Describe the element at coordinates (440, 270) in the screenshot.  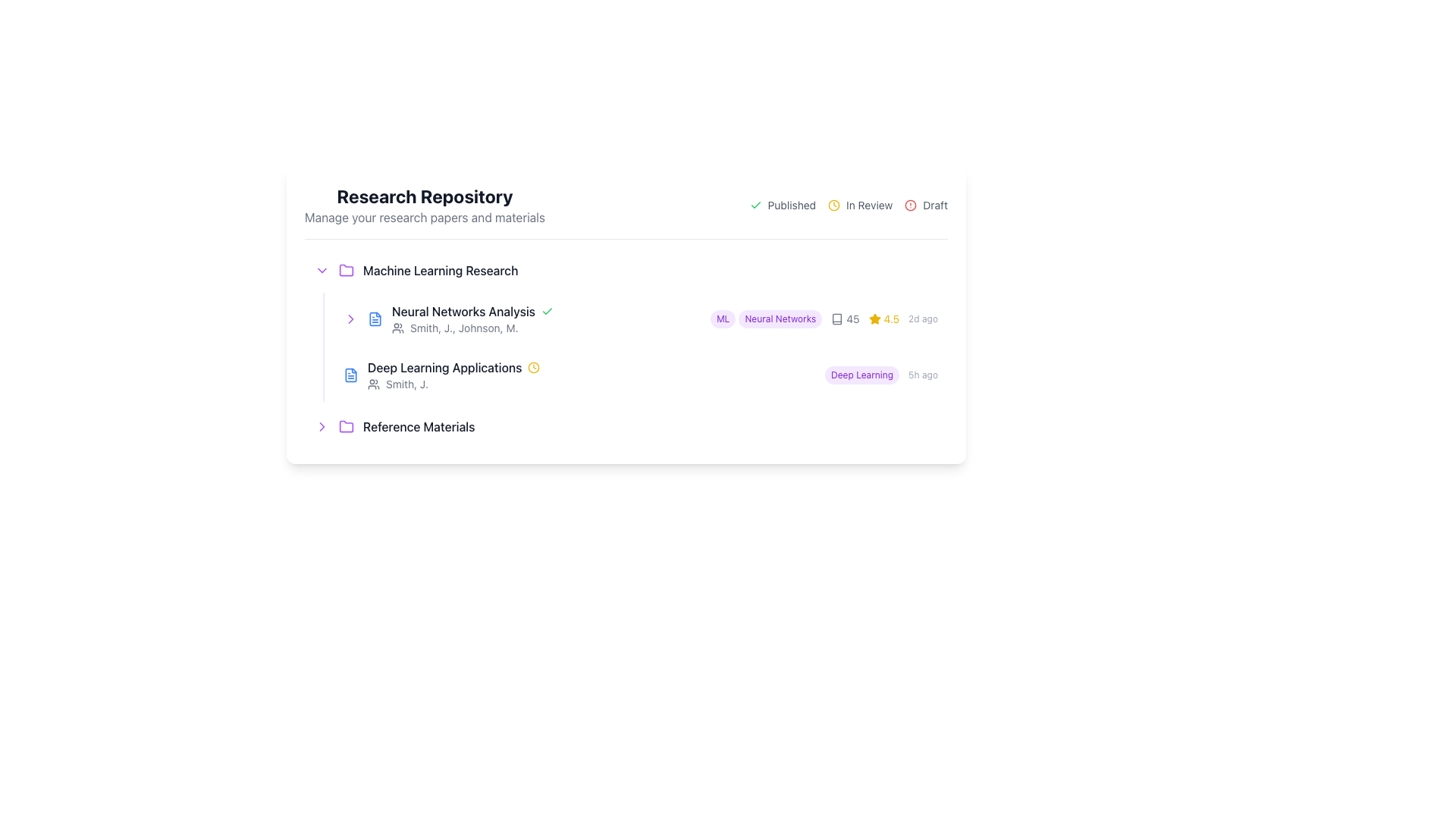
I see `the text element displaying 'Machine Learning Research'` at that location.